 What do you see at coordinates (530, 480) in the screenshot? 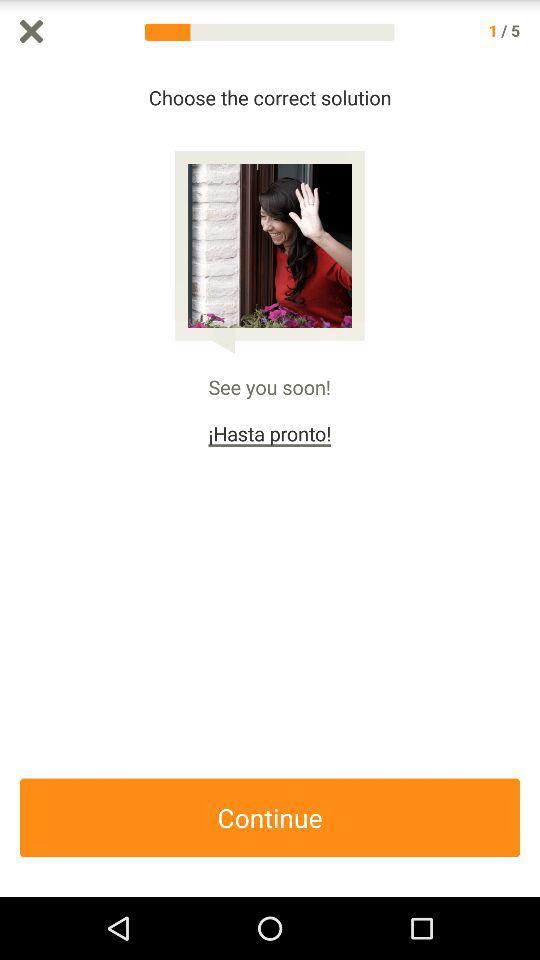
I see `scroll up or down` at bounding box center [530, 480].